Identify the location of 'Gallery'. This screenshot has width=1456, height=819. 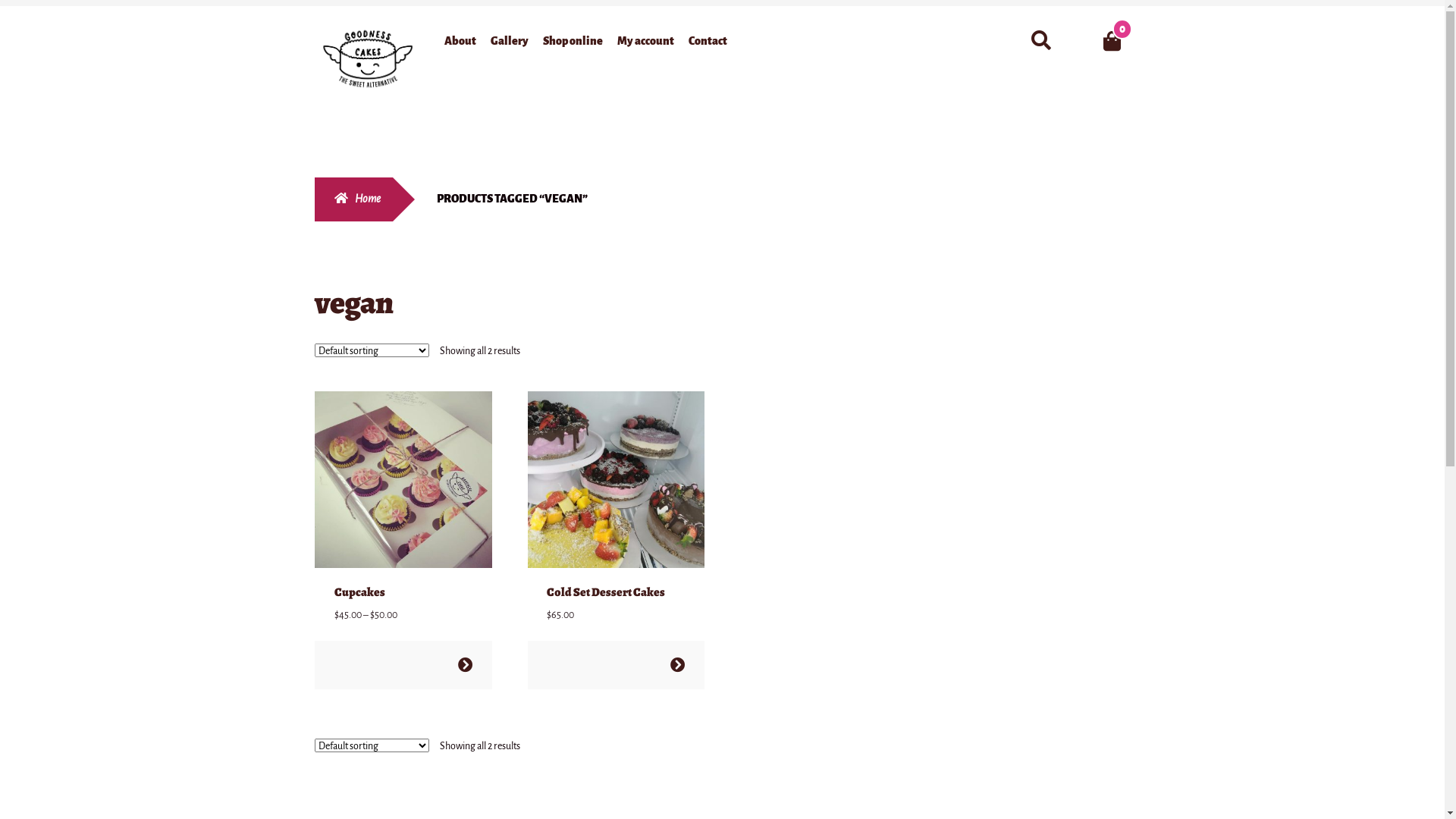
(510, 42).